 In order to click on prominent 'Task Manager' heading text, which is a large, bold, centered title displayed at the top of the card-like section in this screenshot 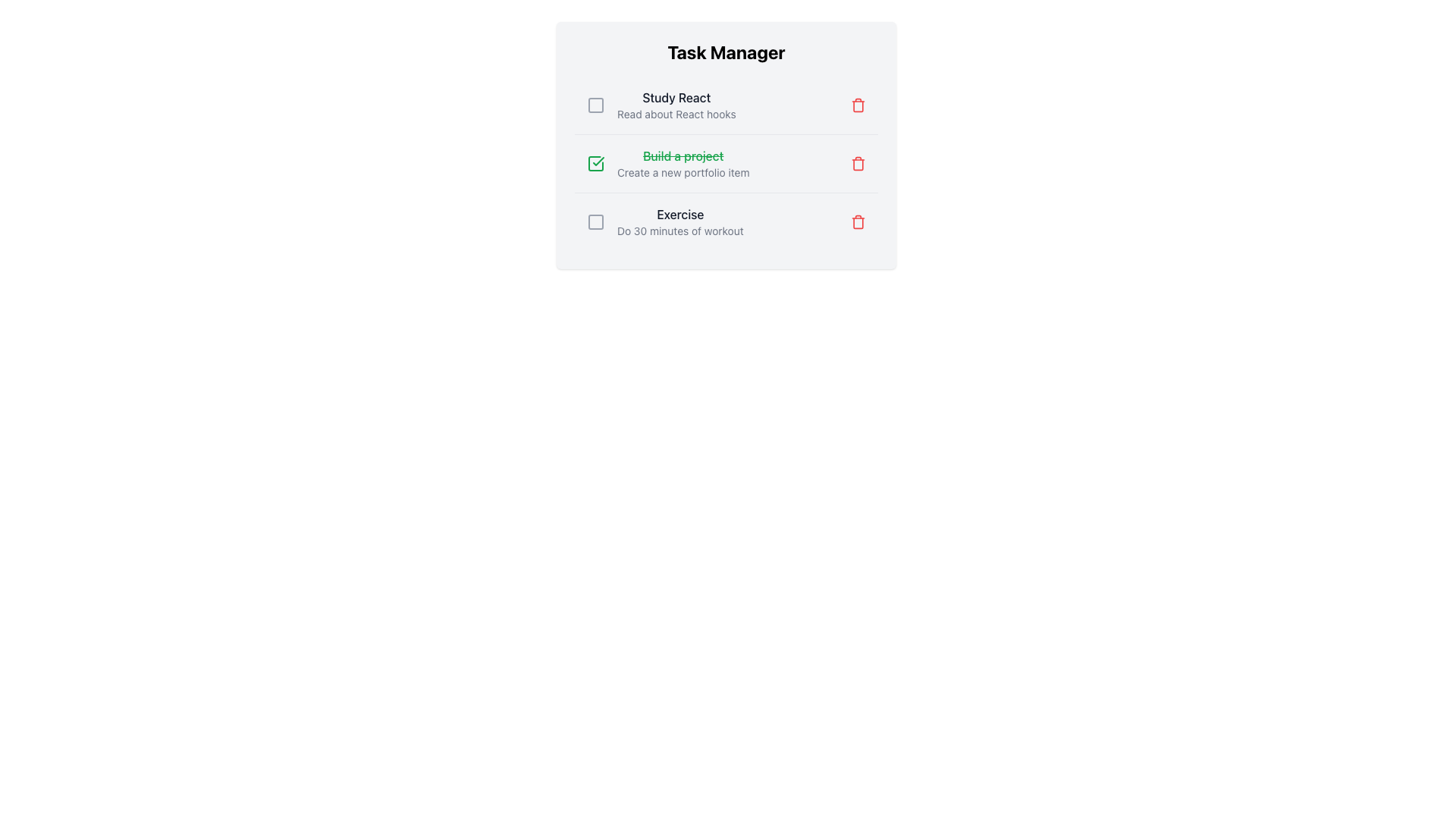, I will do `click(726, 52)`.